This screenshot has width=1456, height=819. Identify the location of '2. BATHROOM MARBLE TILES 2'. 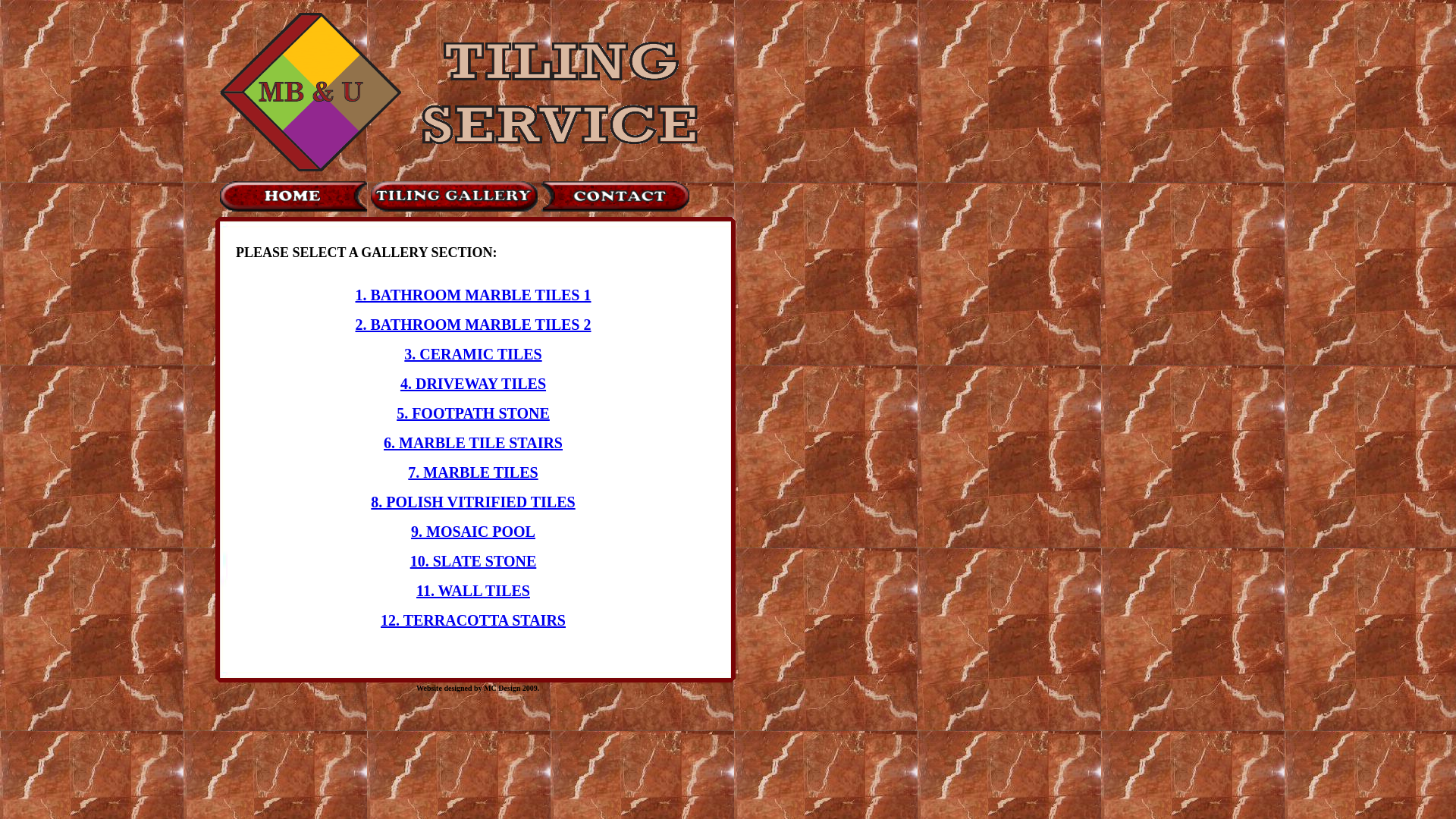
(472, 324).